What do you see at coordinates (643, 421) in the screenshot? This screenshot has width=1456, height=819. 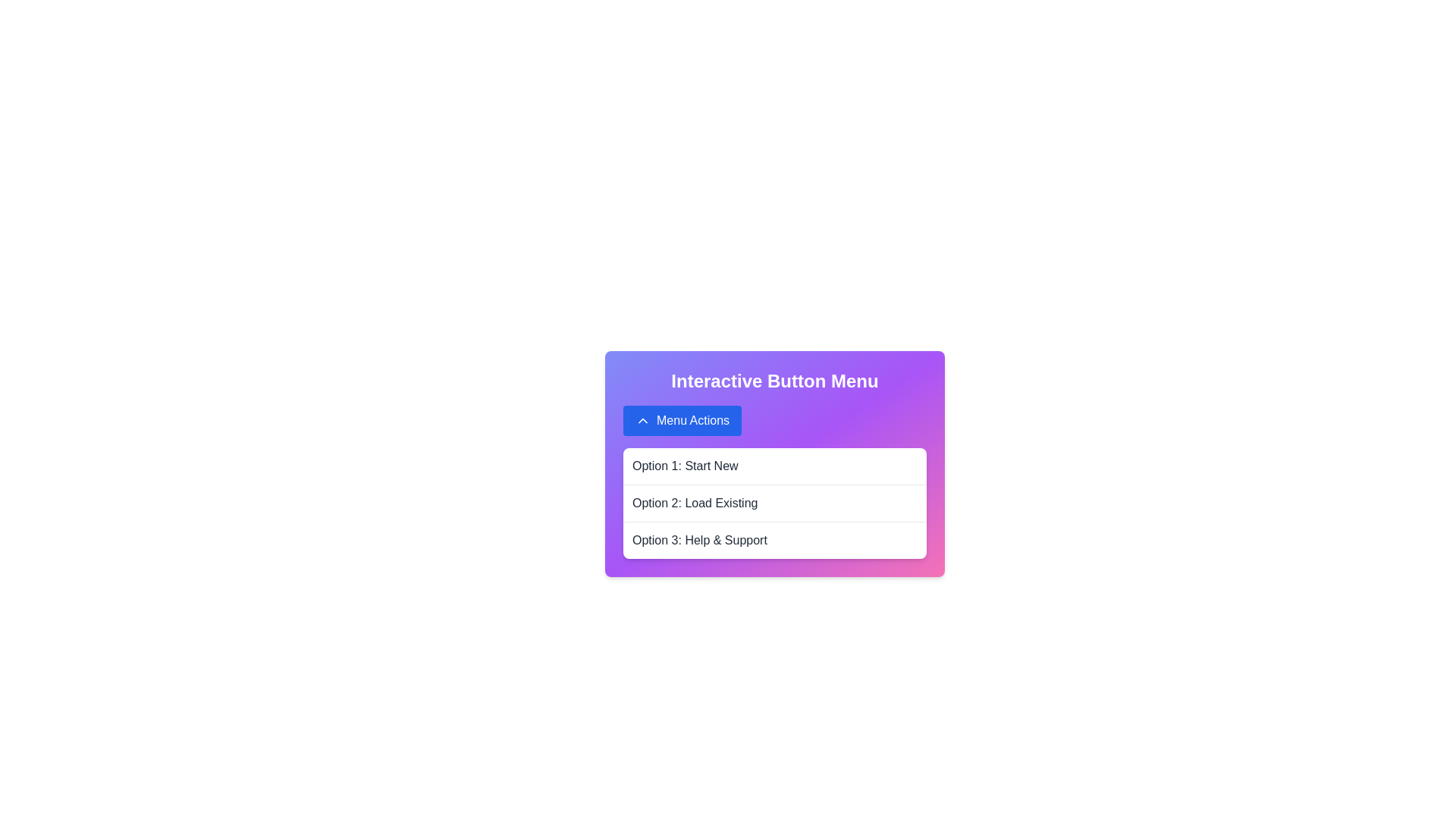 I see `the upward arrow icon located within the 'Menu Actions' blue button` at bounding box center [643, 421].